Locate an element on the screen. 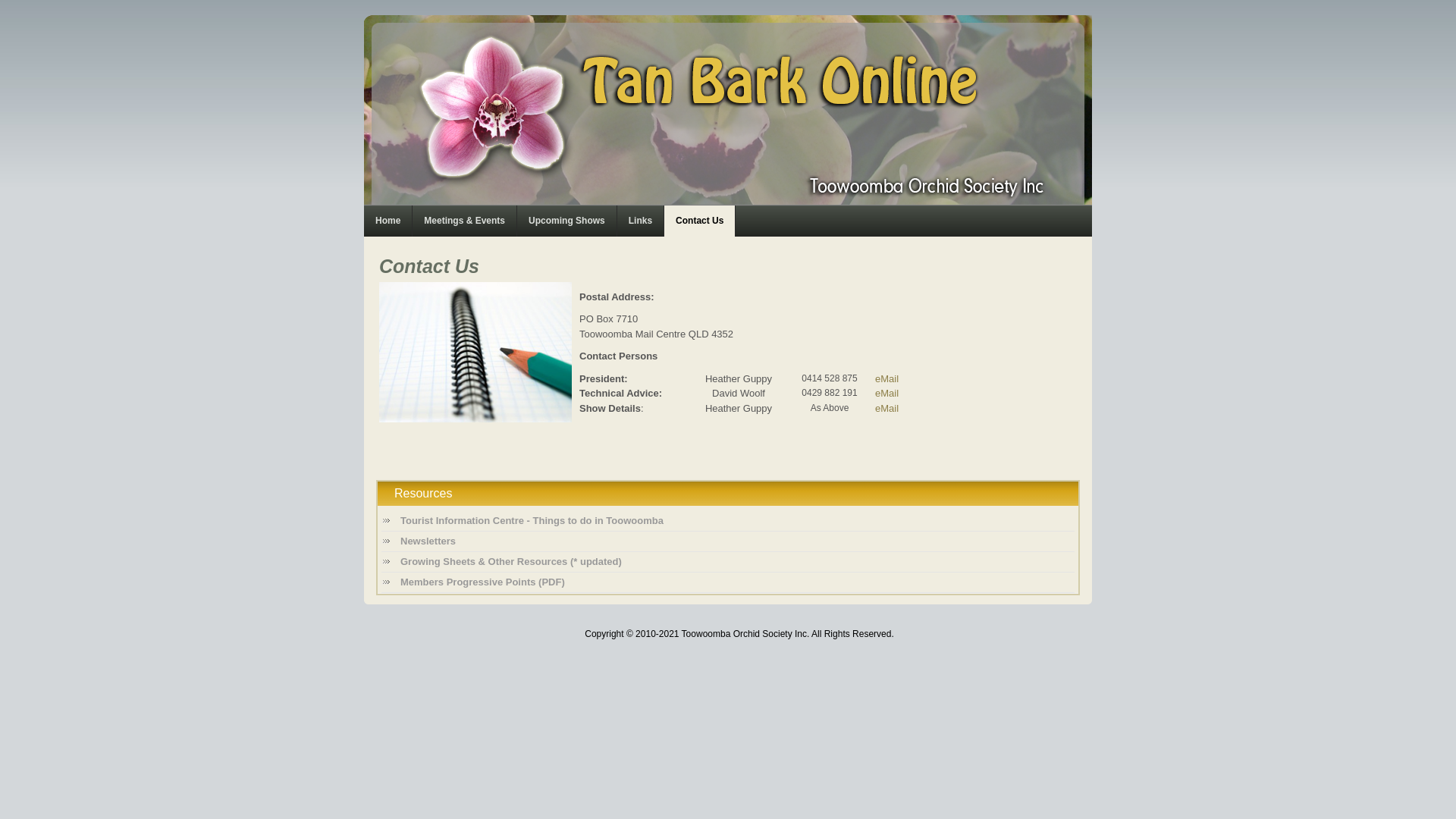 This screenshot has height=819, width=1456. 'poker joomla template' is located at coordinates (369, 599).